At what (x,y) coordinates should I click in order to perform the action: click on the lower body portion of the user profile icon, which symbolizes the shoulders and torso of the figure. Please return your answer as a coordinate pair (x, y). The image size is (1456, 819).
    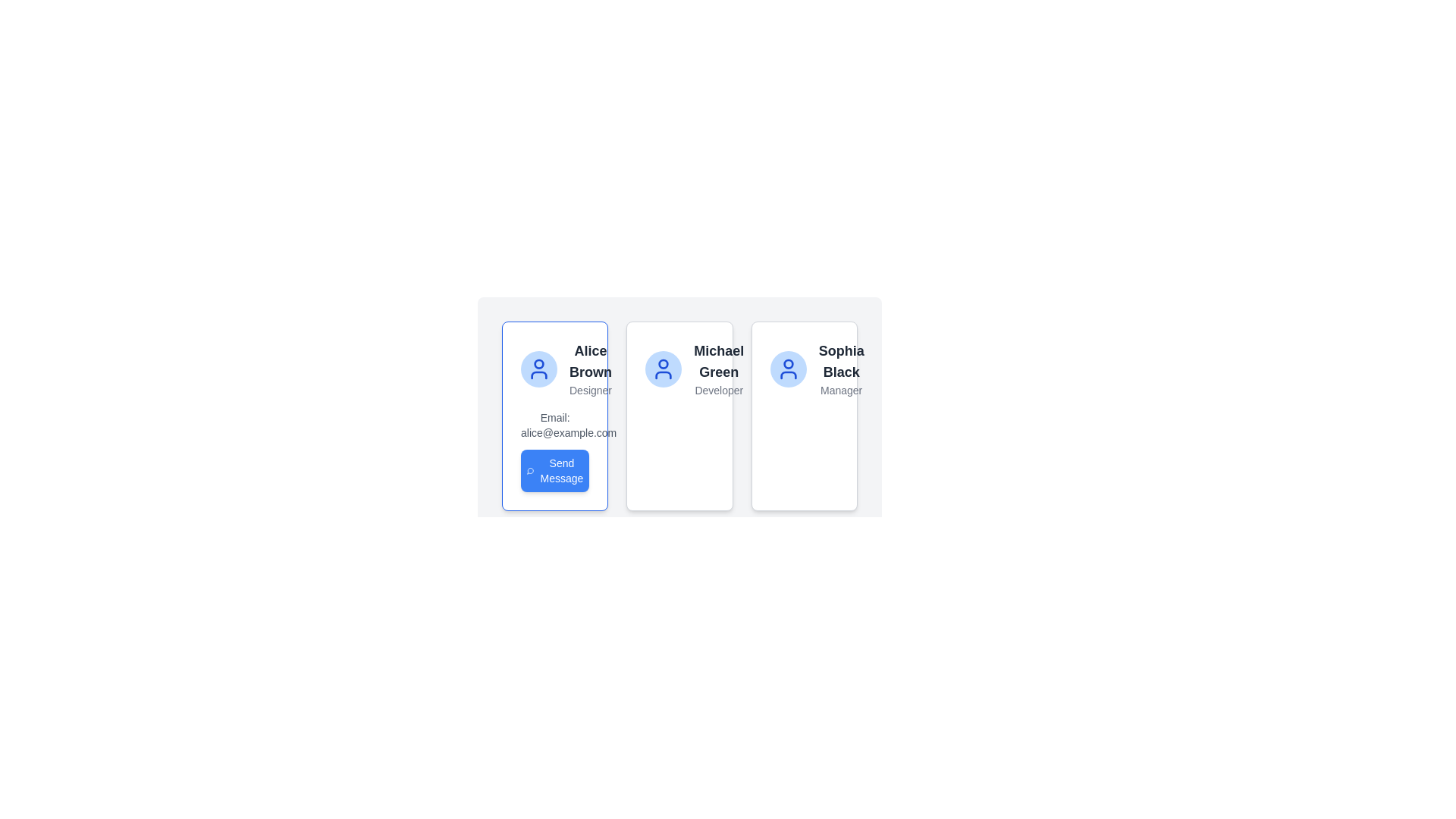
    Looking at the image, I should click on (538, 375).